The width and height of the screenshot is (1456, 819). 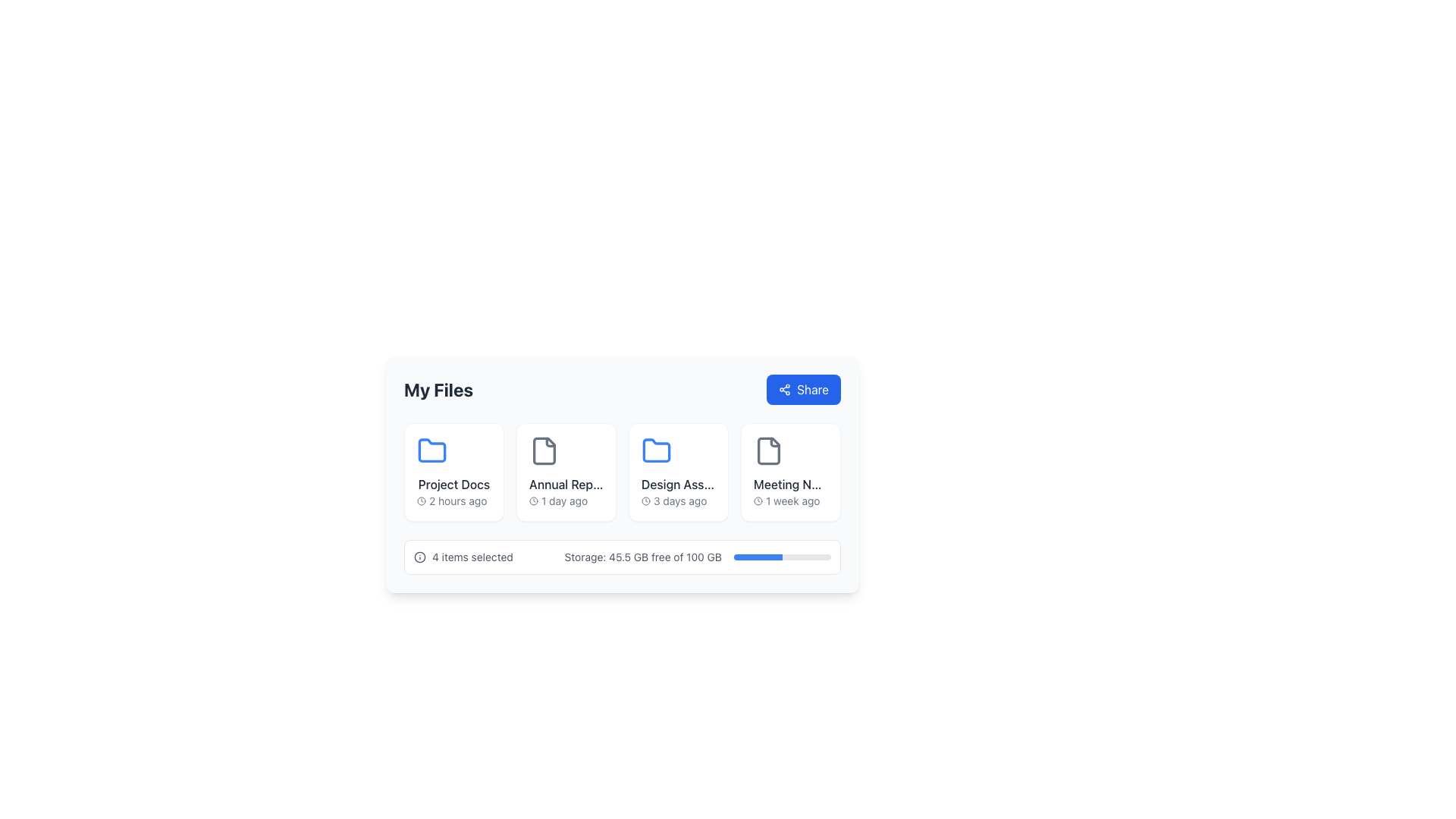 I want to click on the blue folder icon located on the third card, so click(x=656, y=450).